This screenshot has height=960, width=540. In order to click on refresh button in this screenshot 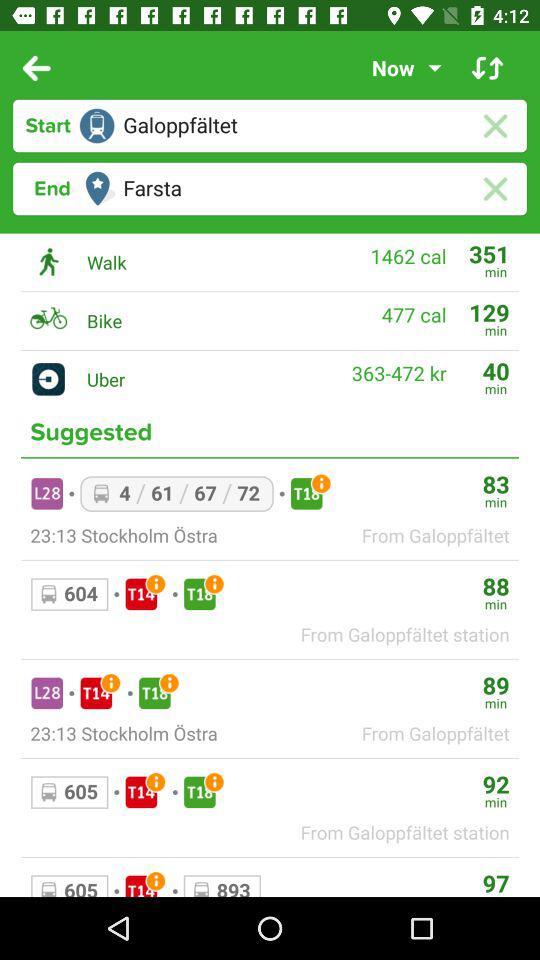, I will do `click(486, 68)`.